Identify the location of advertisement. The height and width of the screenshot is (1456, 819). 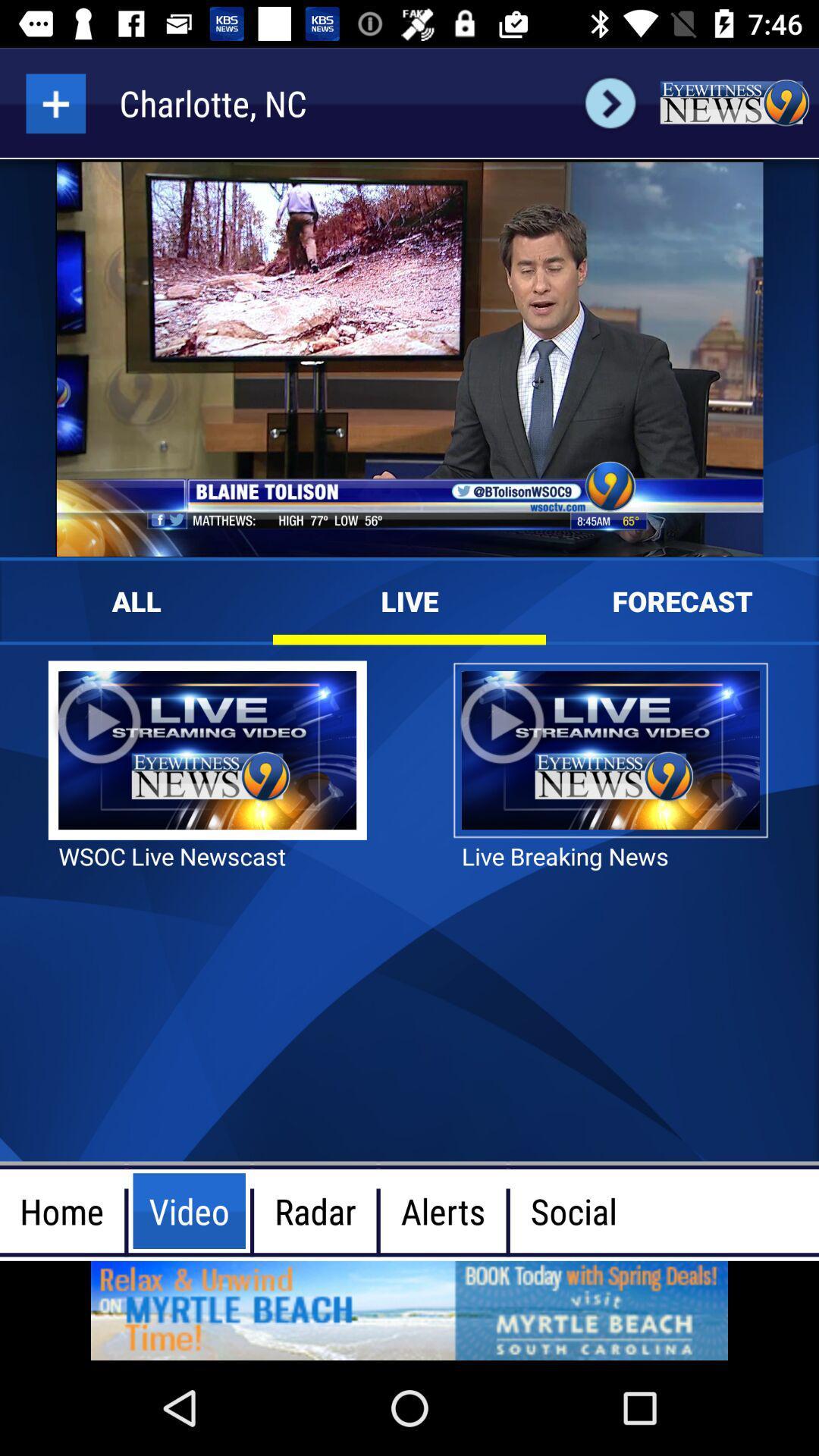
(409, 1310).